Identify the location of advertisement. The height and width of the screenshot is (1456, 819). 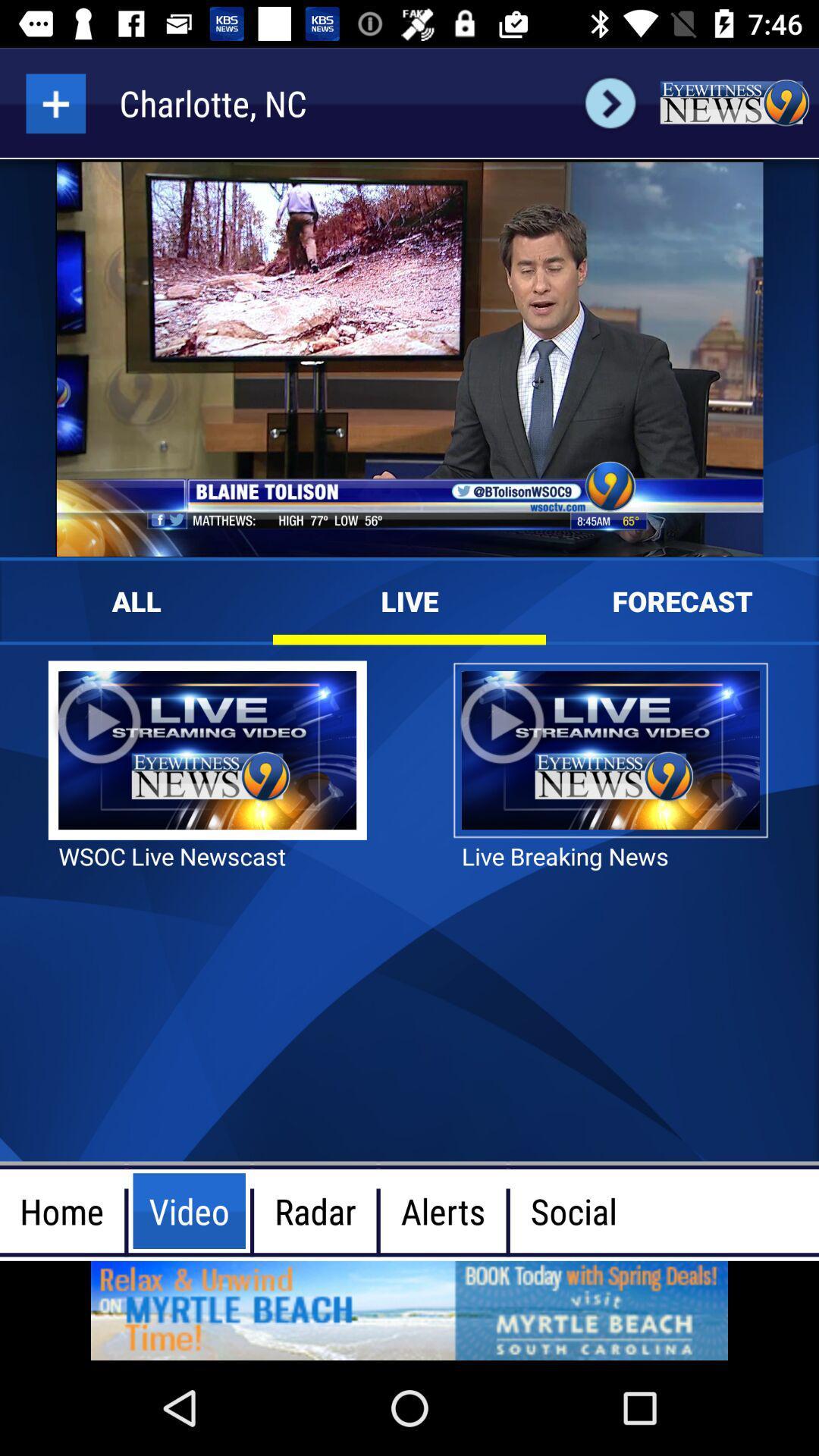
(409, 1310).